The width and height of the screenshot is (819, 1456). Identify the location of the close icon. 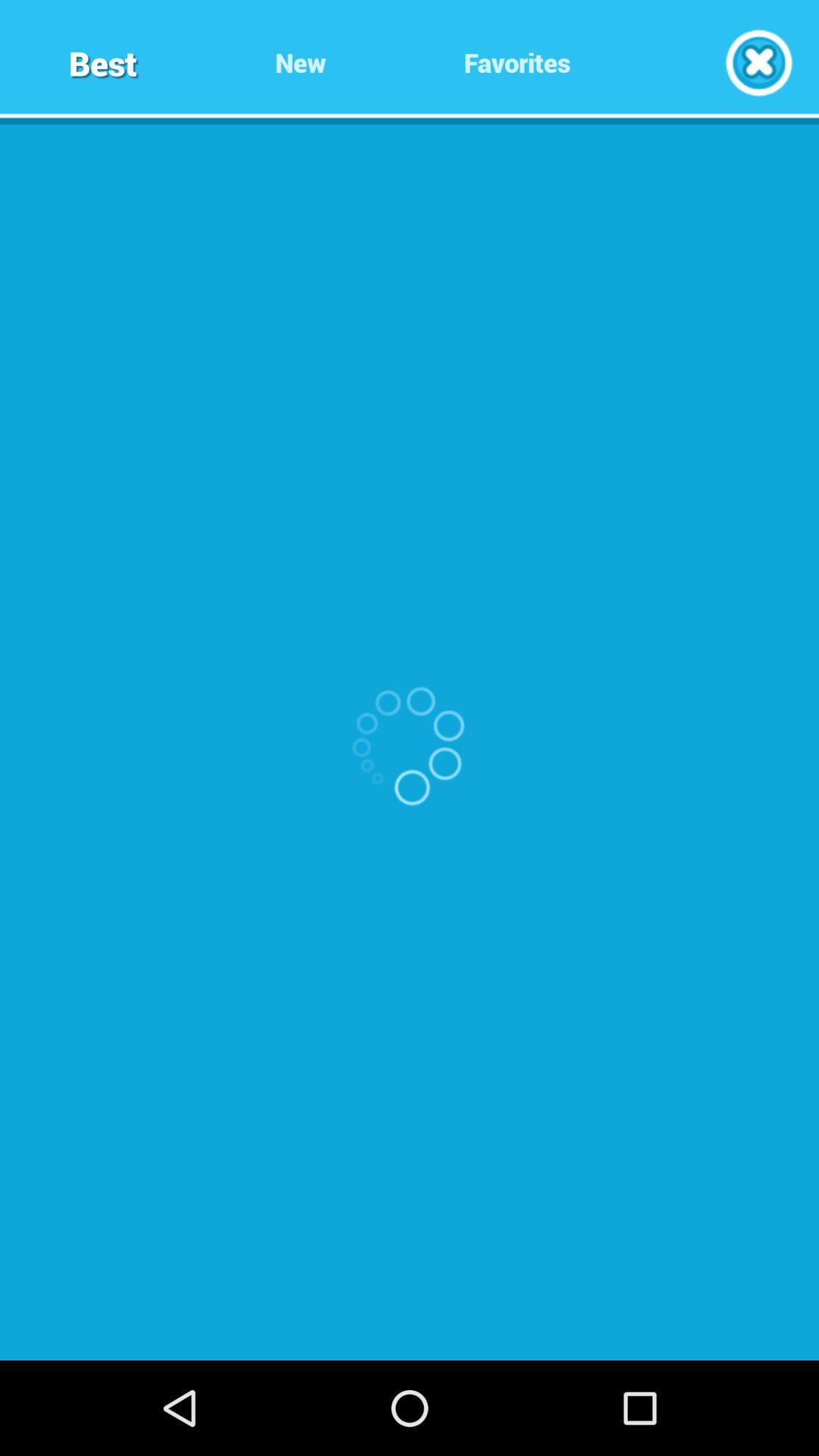
(758, 66).